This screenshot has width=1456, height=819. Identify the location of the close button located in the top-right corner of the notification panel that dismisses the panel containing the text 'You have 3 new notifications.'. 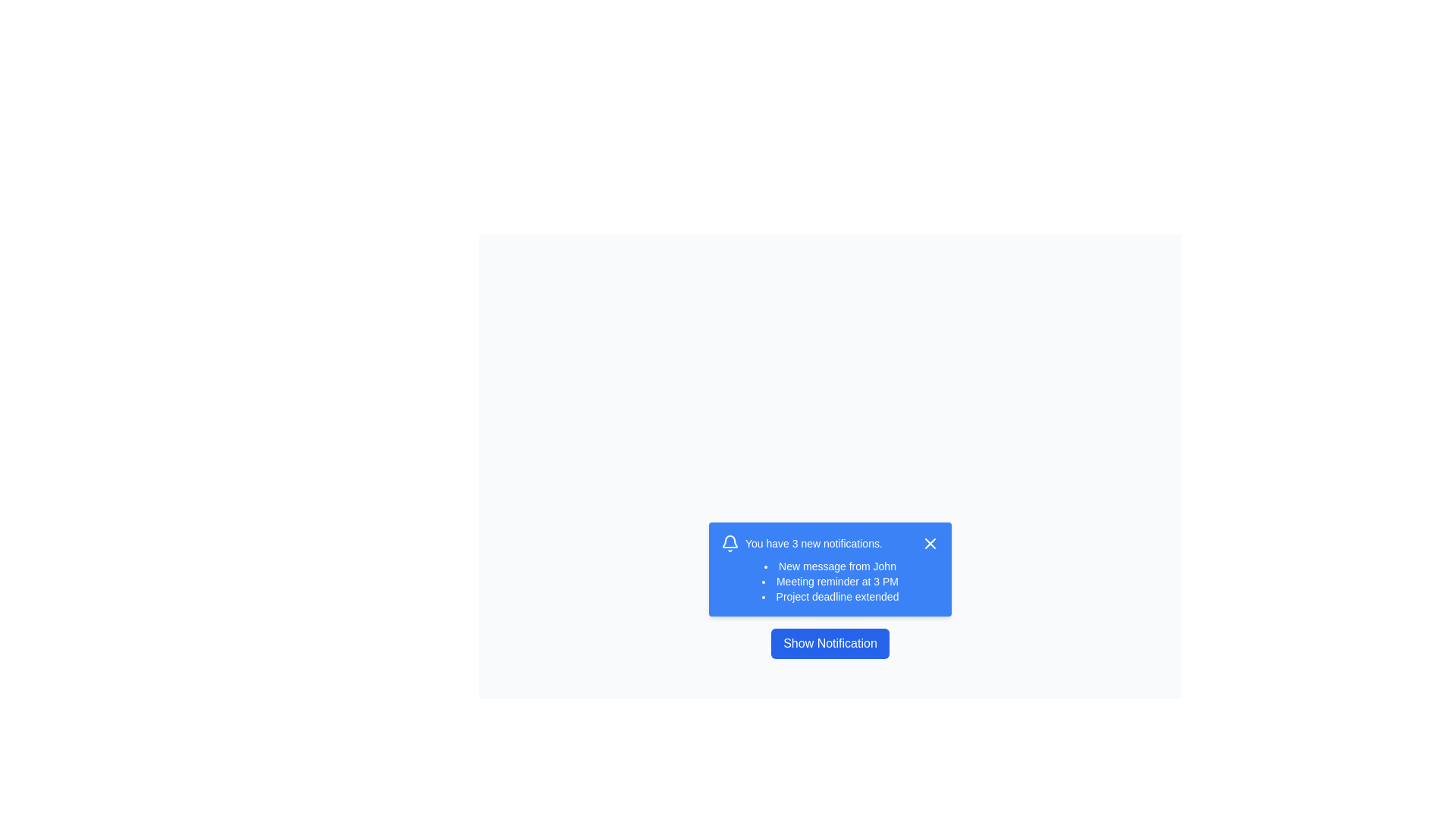
(930, 543).